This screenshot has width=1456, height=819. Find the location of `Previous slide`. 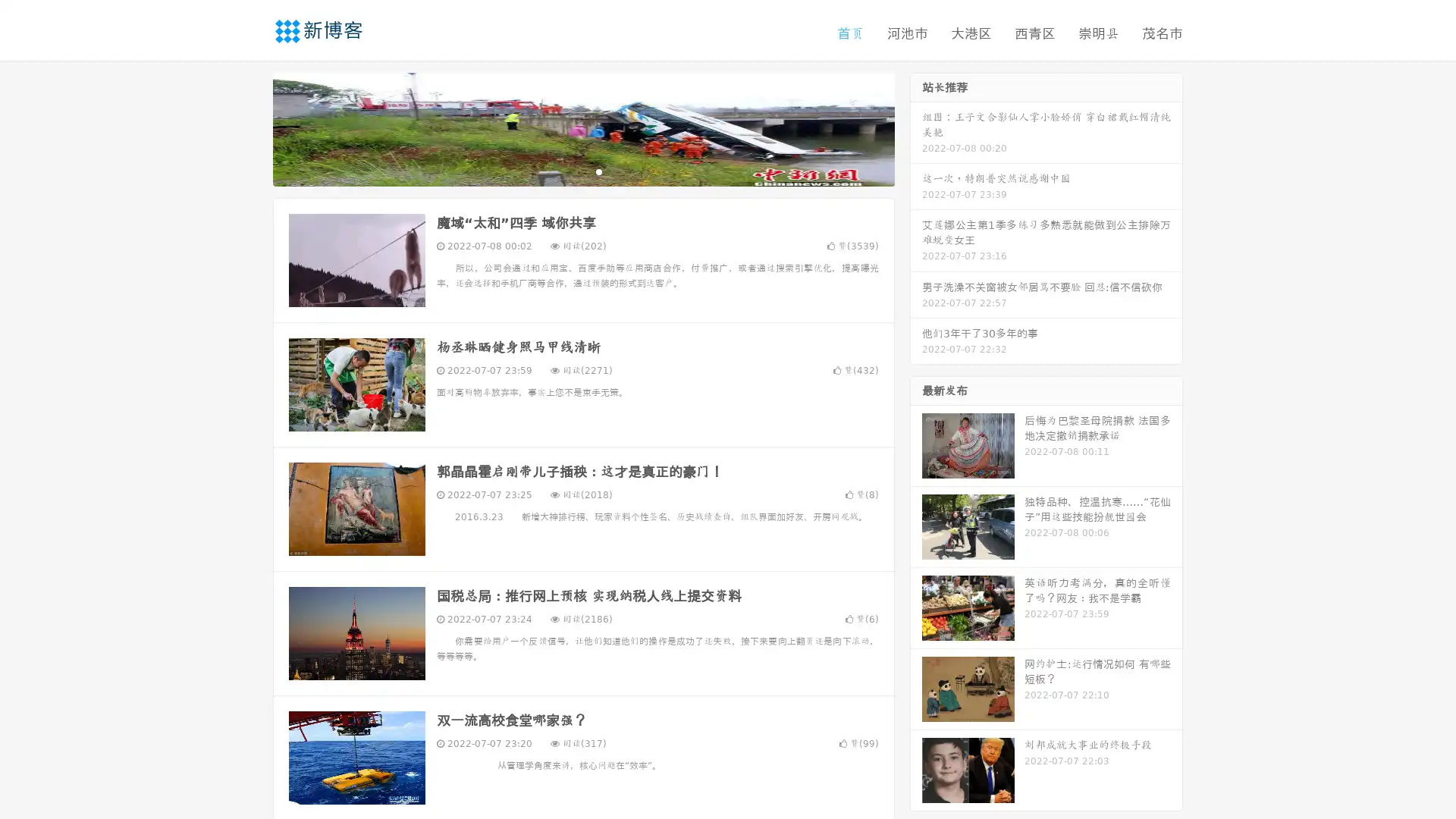

Previous slide is located at coordinates (250, 127).